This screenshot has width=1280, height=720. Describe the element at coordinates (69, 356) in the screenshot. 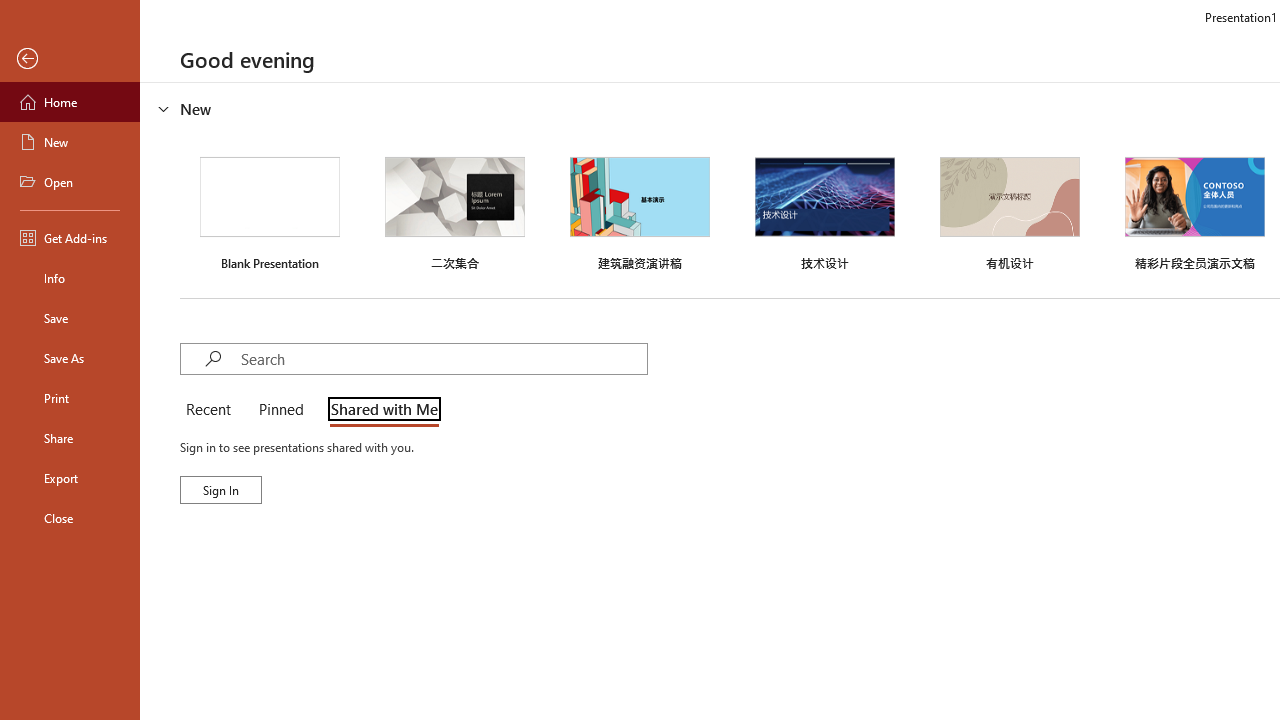

I see `'Save As'` at that location.